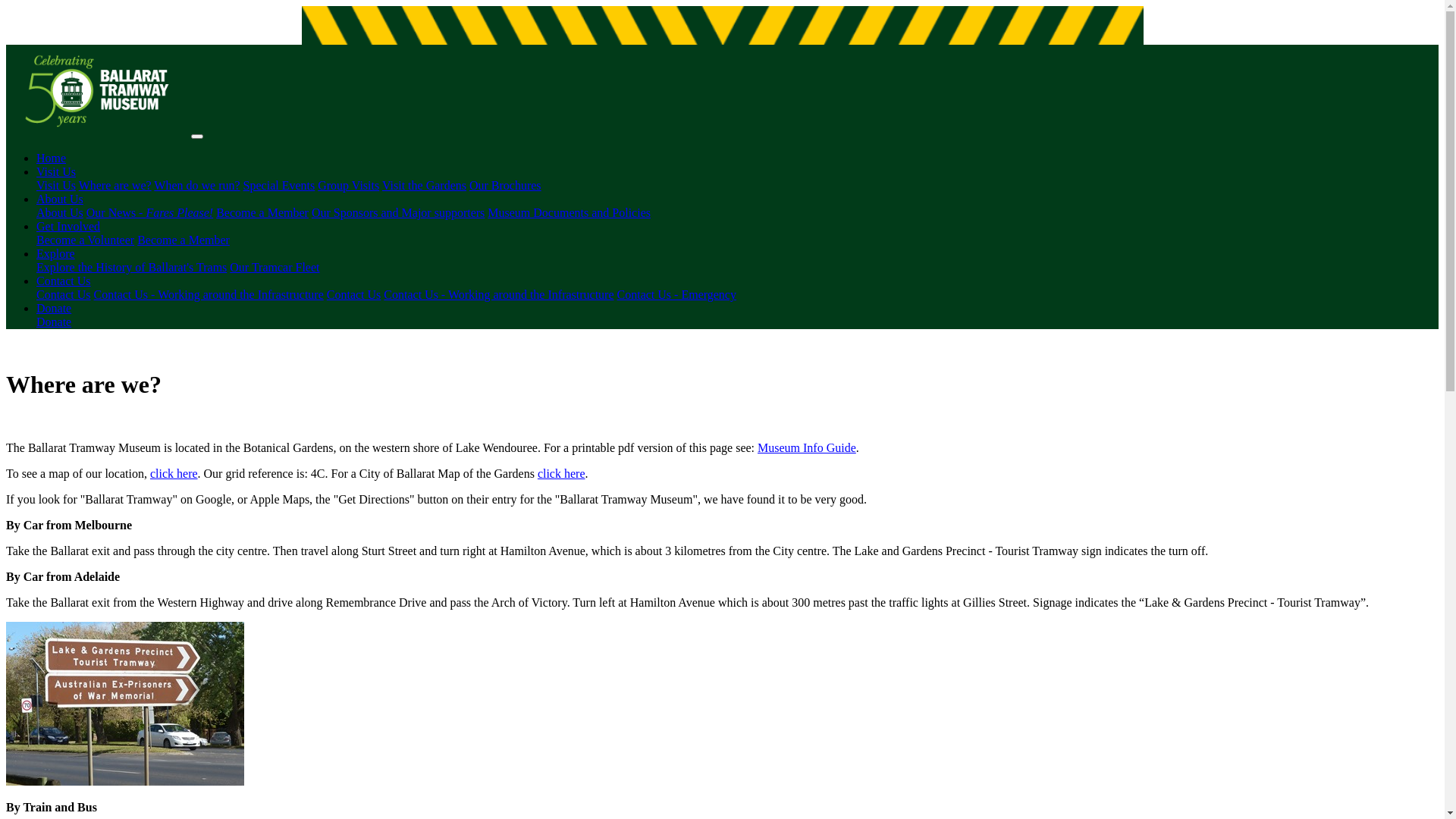 The image size is (1456, 819). What do you see at coordinates (124, 704) in the screenshot?
I see `'the sign to the Gardens area located on Sturt St West'` at bounding box center [124, 704].